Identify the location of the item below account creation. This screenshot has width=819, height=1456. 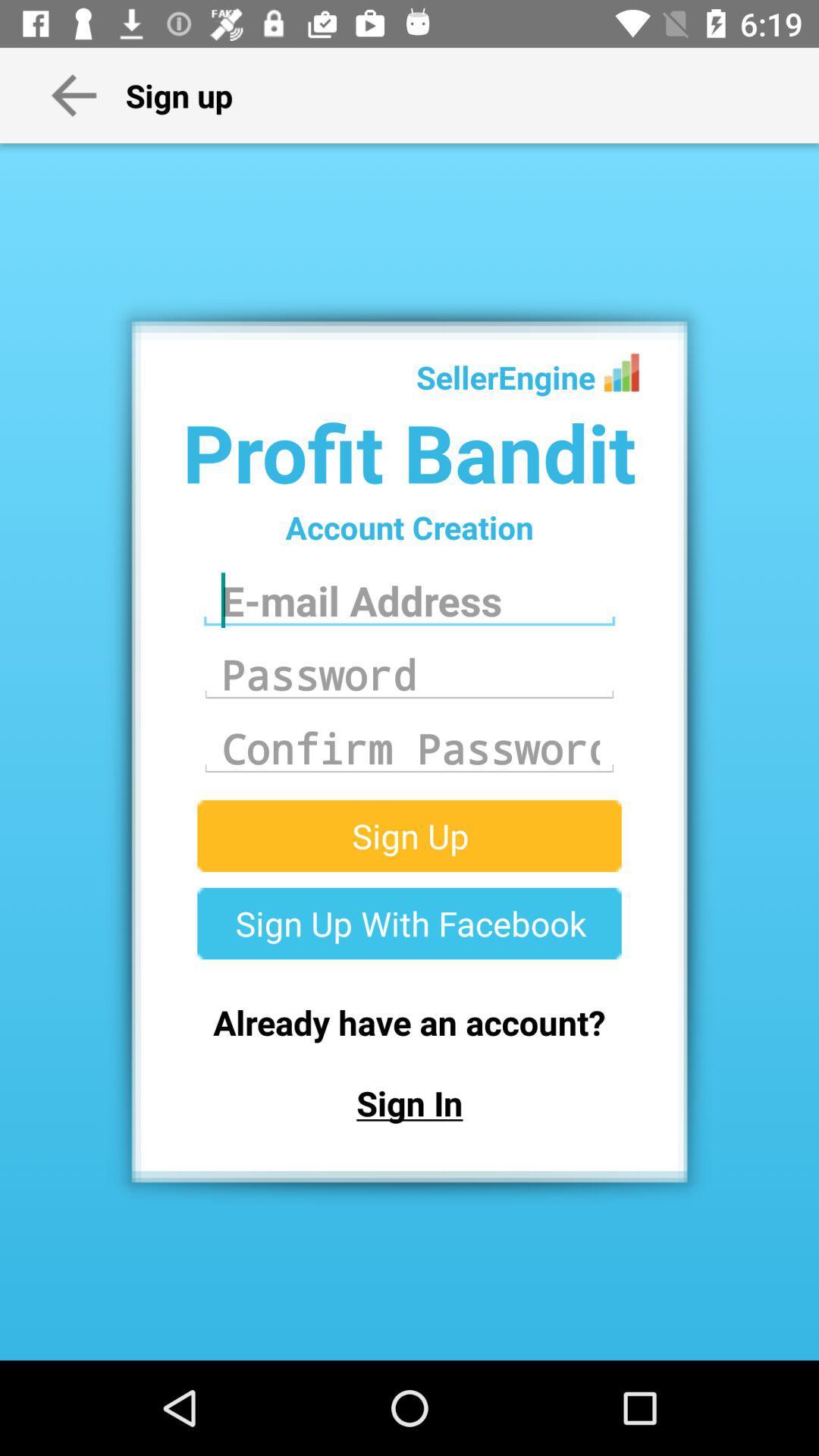
(409, 600).